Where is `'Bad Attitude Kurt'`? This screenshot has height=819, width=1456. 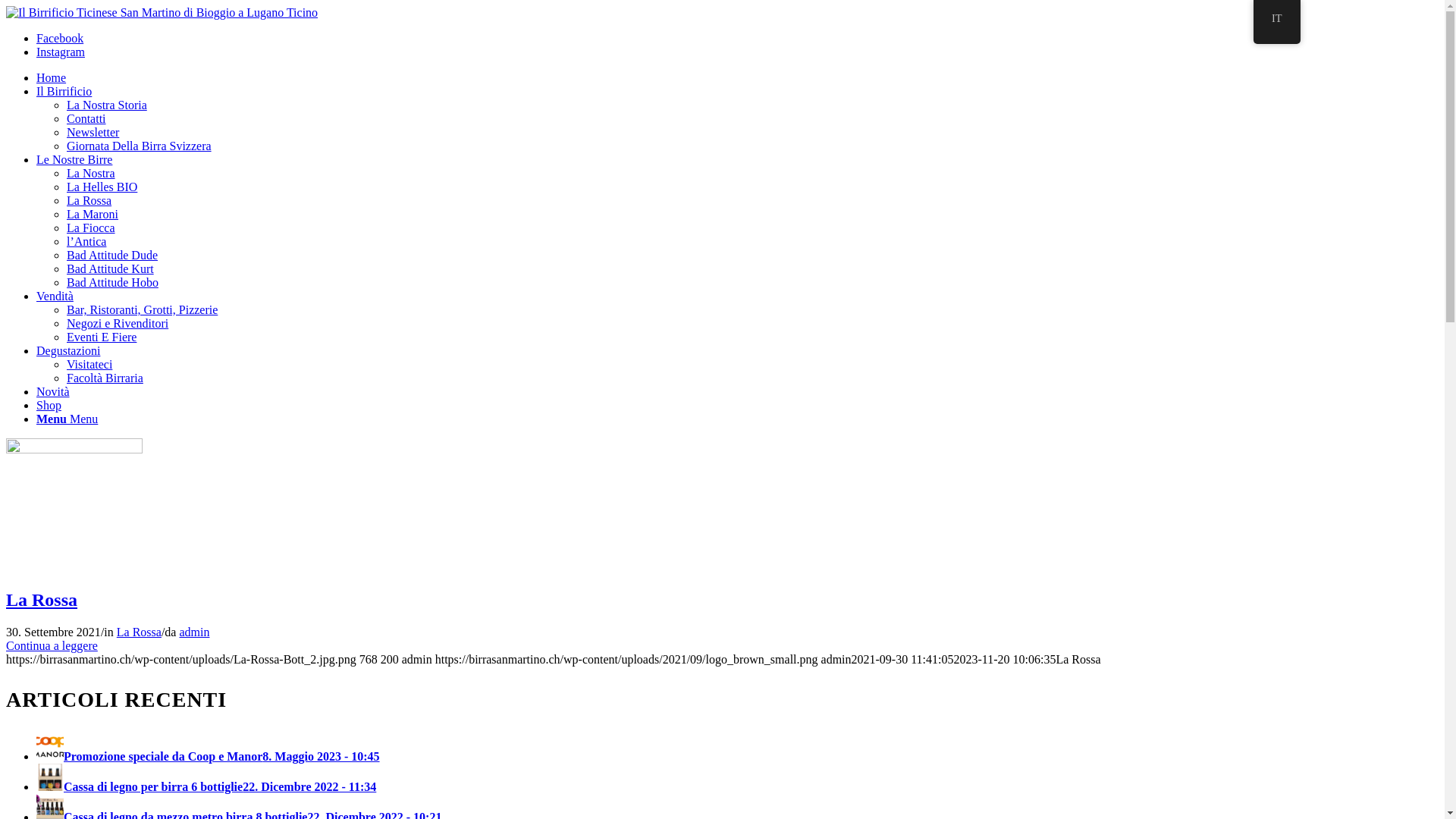 'Bad Attitude Kurt' is located at coordinates (109, 268).